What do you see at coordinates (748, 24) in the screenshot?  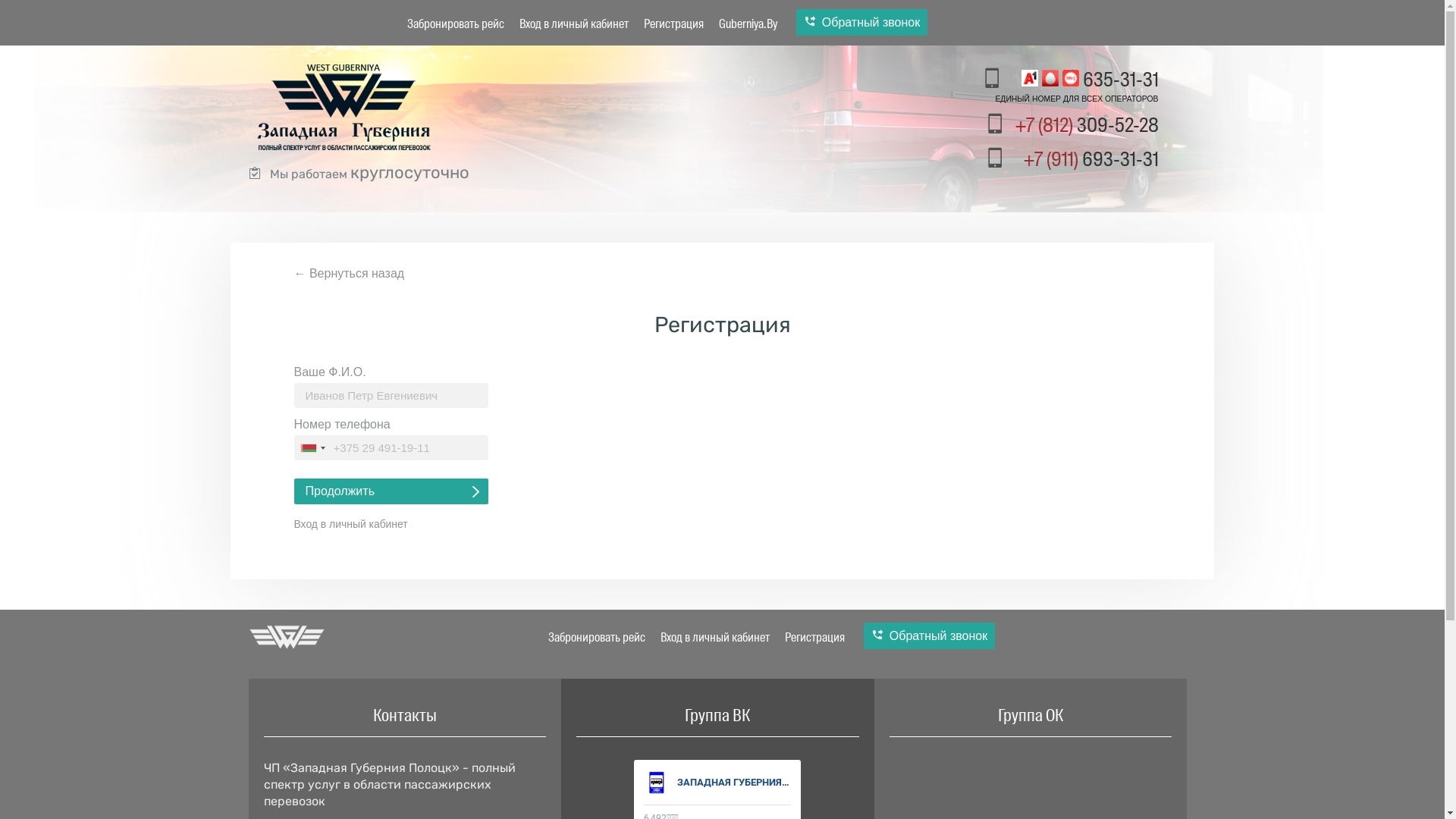 I see `'Guberniya.By'` at bounding box center [748, 24].